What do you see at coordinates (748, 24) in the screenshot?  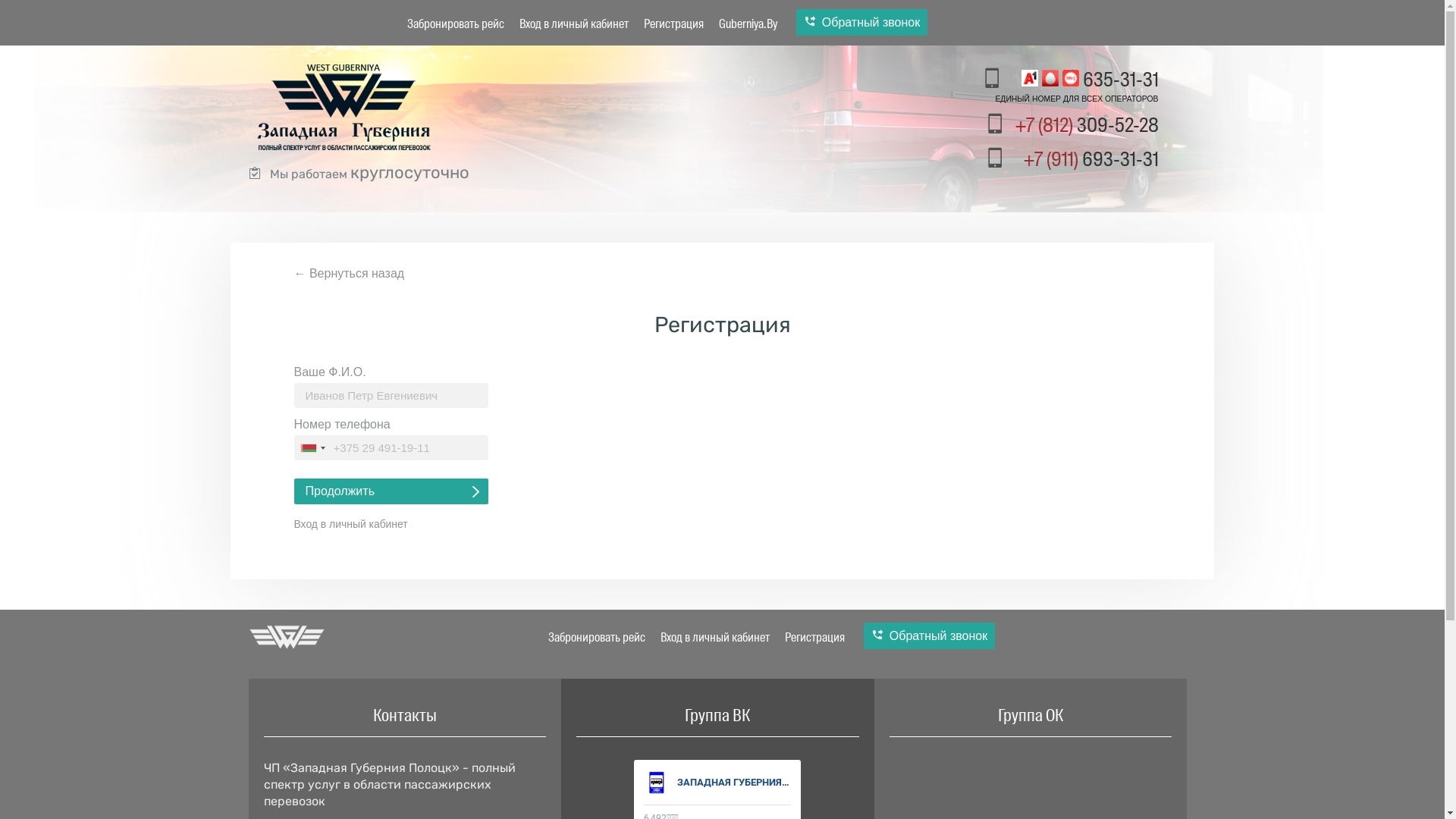 I see `'Guberniya.By'` at bounding box center [748, 24].